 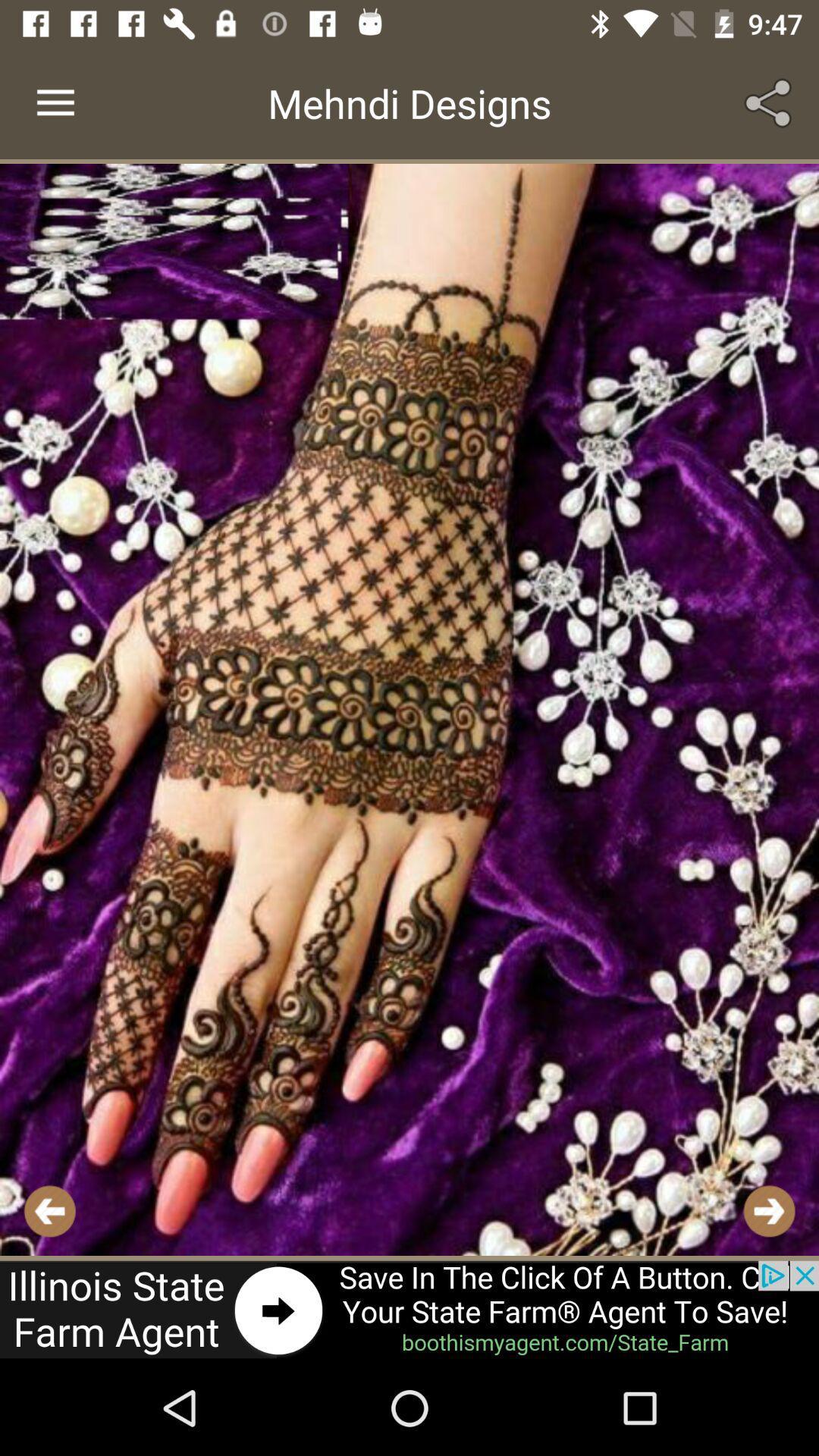 I want to click on description, so click(x=409, y=709).